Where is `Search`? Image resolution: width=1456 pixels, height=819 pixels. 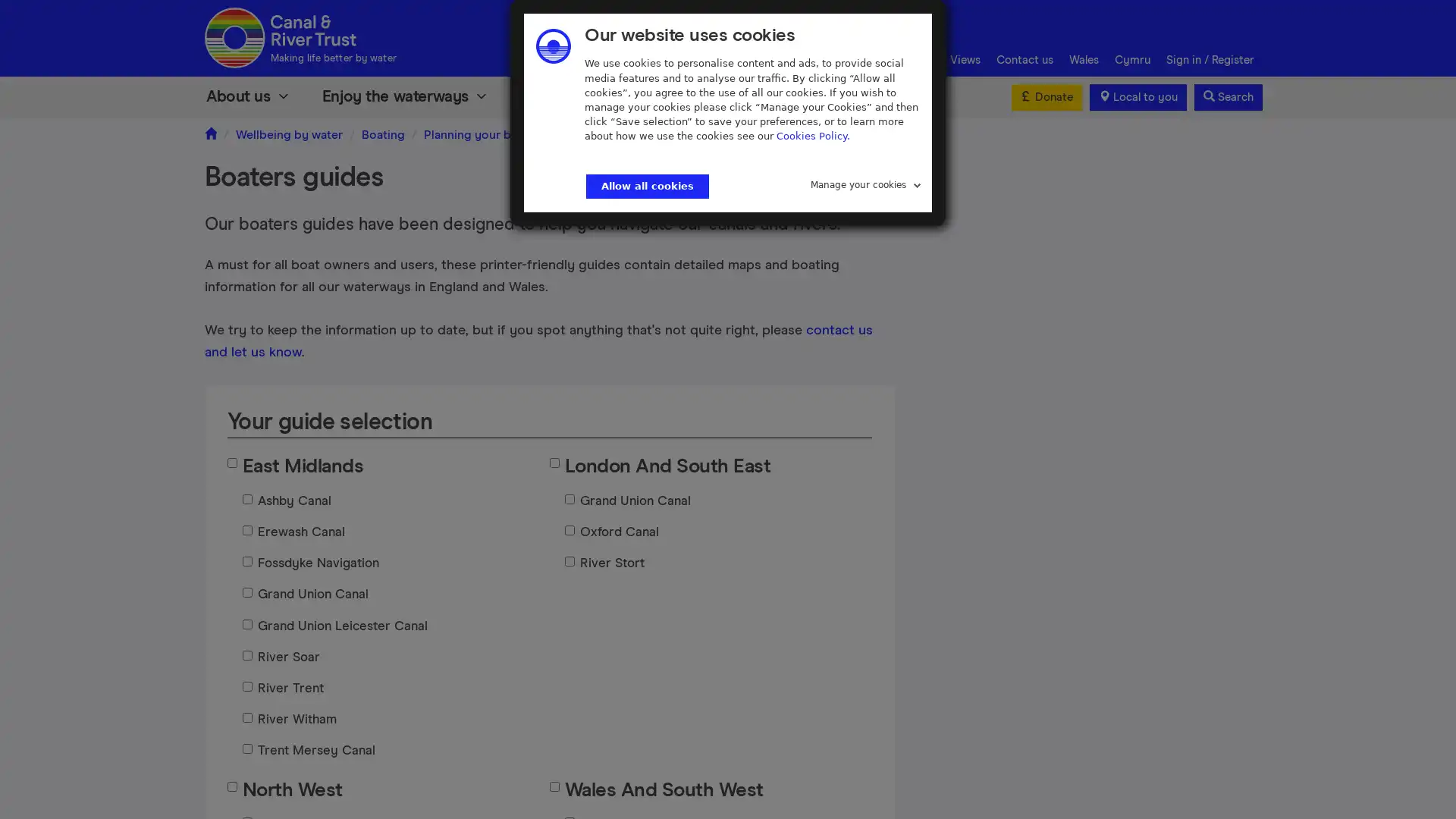
Search is located at coordinates (1228, 96).